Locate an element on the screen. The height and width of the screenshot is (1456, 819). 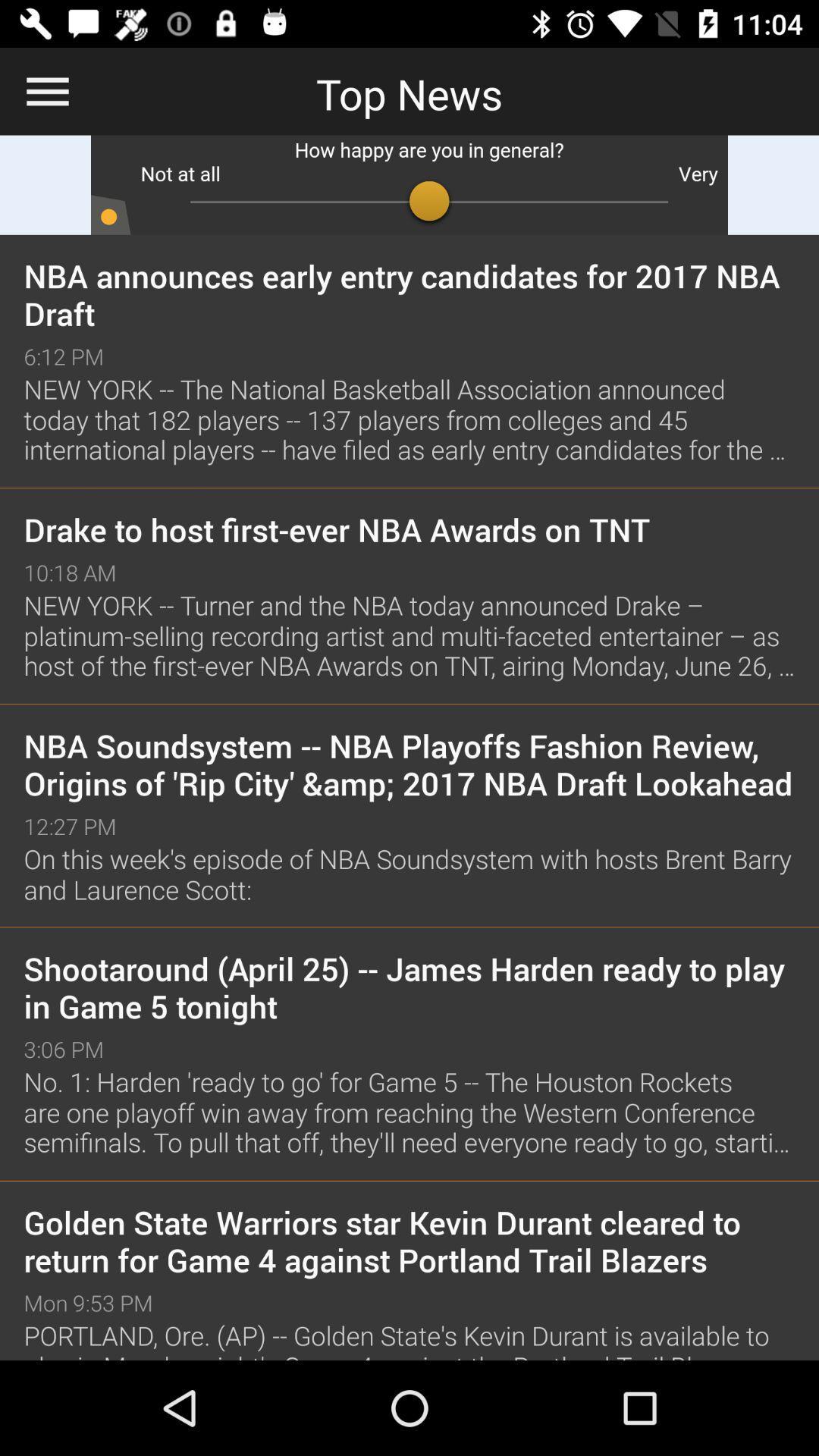
move of the option is located at coordinates (409, 184).